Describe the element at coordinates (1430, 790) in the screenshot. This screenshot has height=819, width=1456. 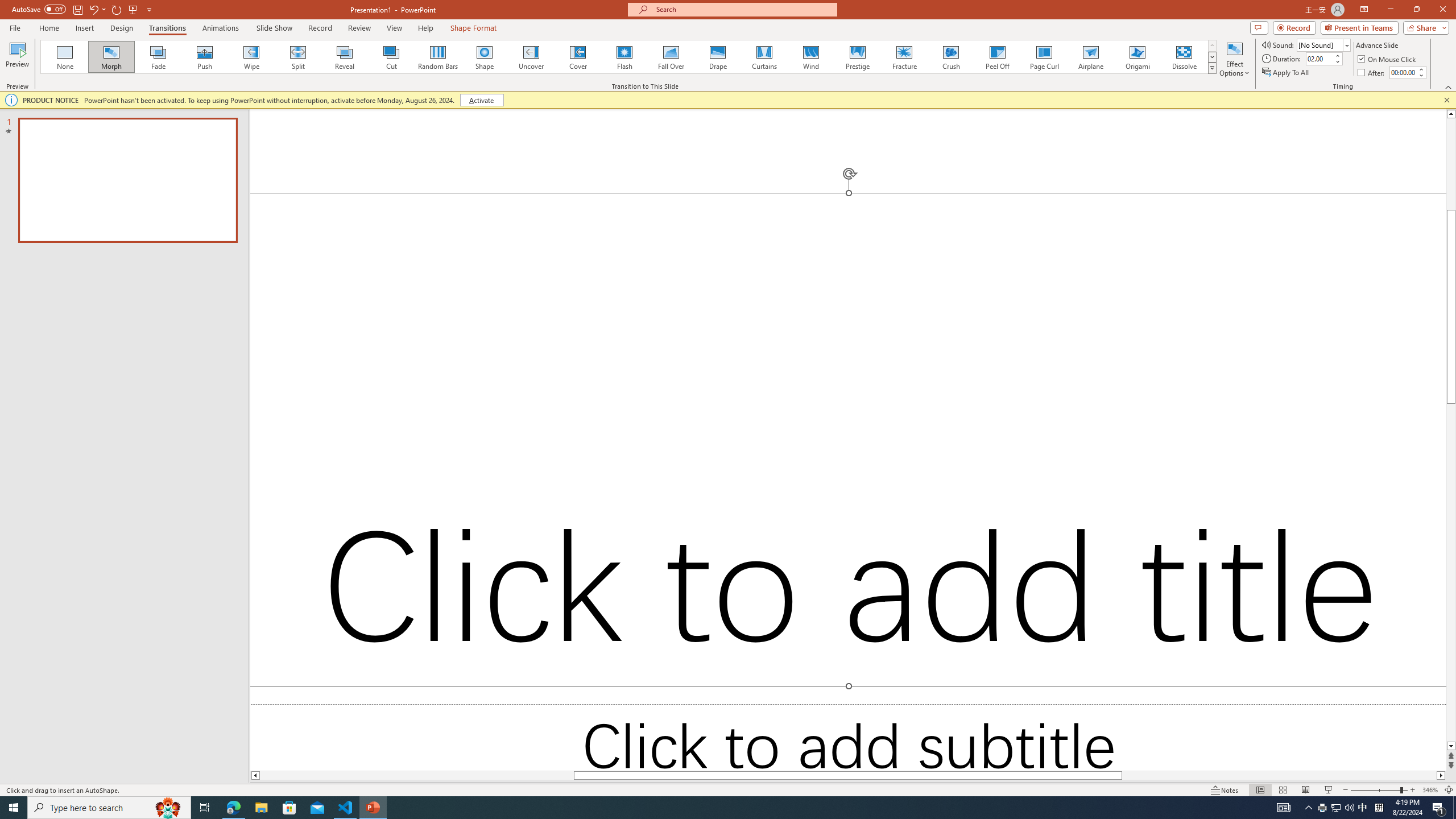
I see `'Zoom 346%'` at that location.